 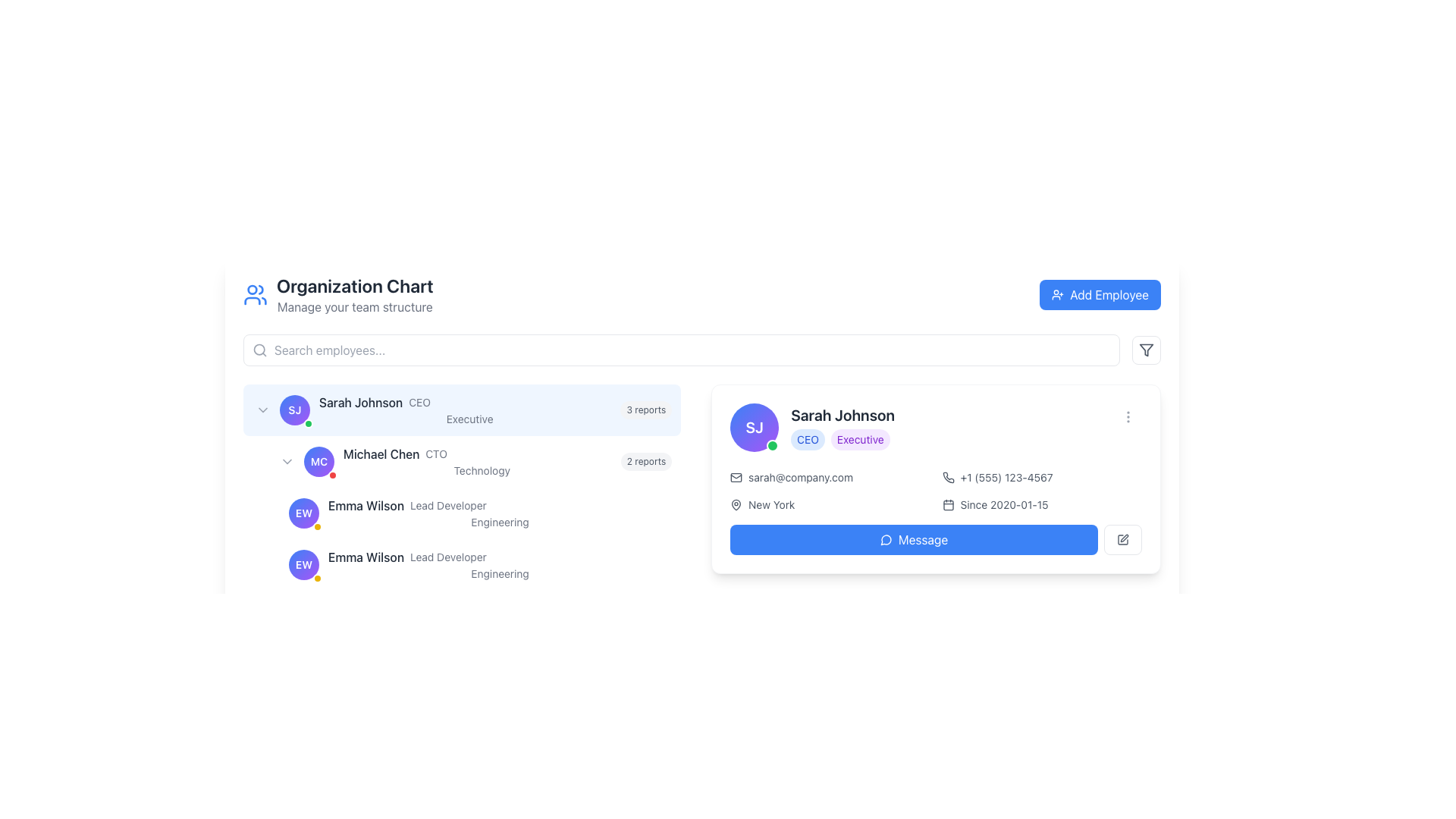 What do you see at coordinates (294, 409) in the screenshot?
I see `the circular avatar containing the initials 'SJ' with a gradient background and a green status indicator, located next` at bounding box center [294, 409].